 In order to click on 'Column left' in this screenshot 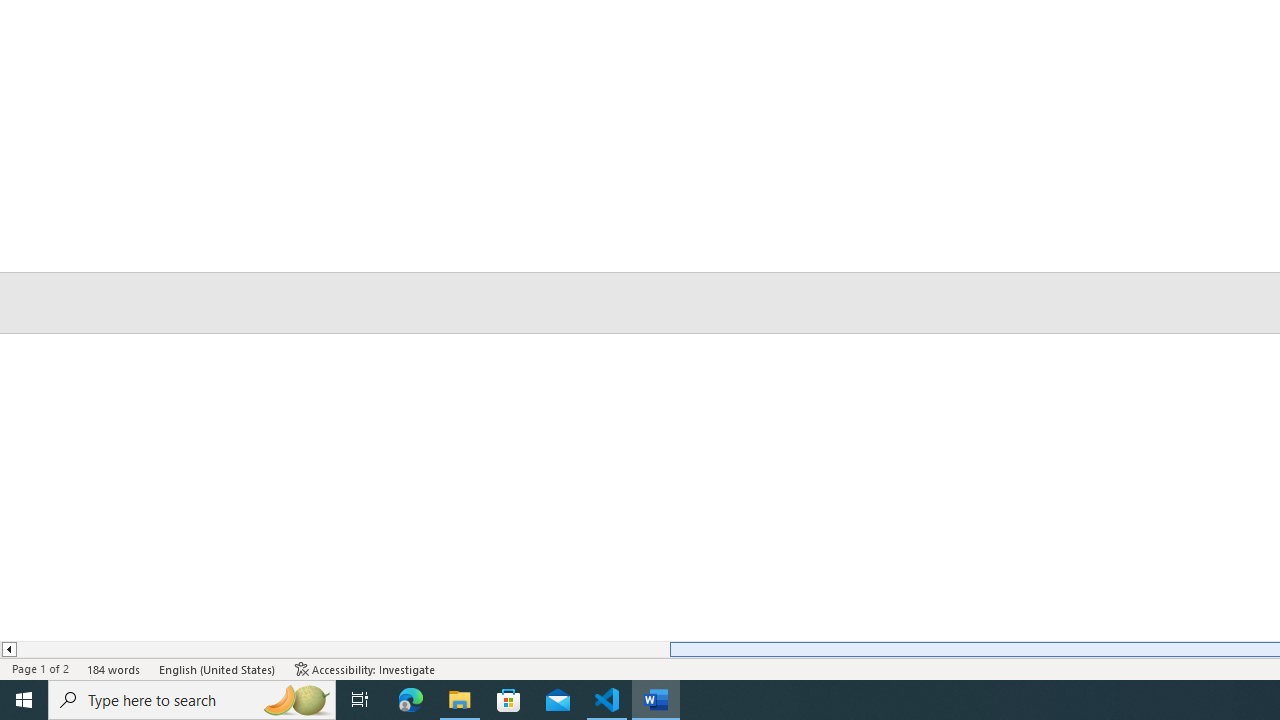, I will do `click(8, 649)`.